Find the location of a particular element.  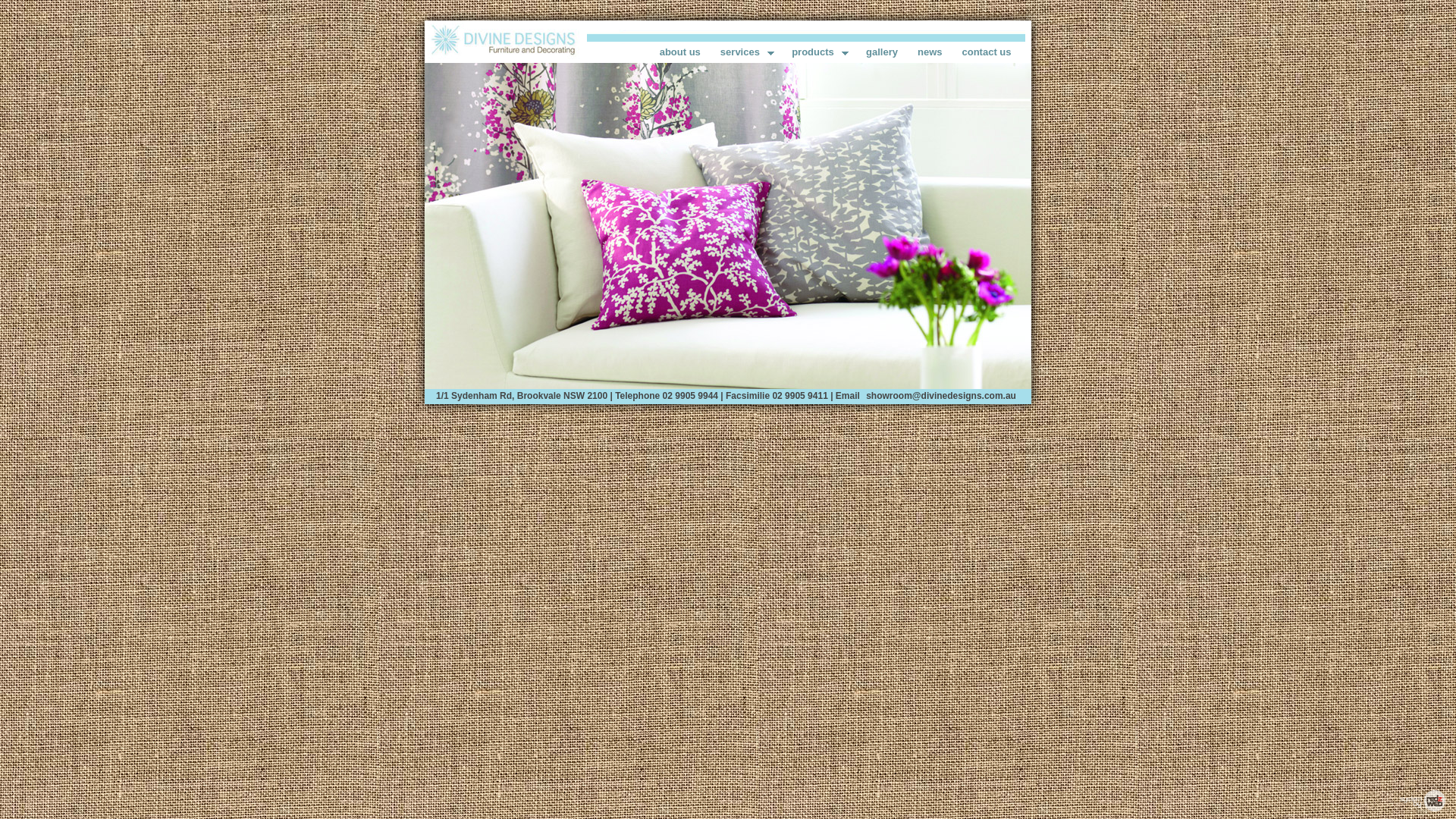

'gallery' is located at coordinates (855, 51).